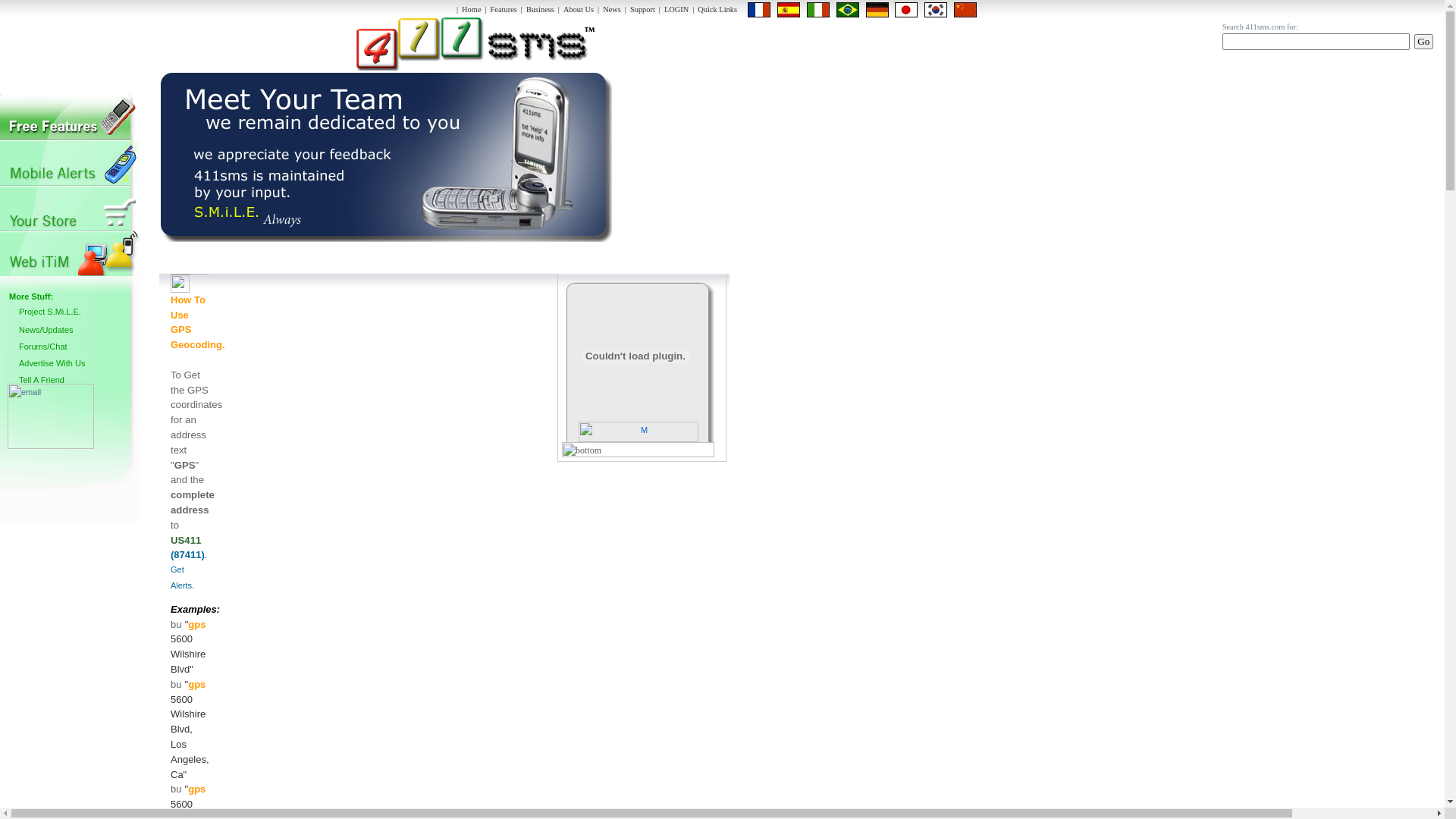 The image size is (1456, 819). What do you see at coordinates (817, 9) in the screenshot?
I see `'en|it'` at bounding box center [817, 9].